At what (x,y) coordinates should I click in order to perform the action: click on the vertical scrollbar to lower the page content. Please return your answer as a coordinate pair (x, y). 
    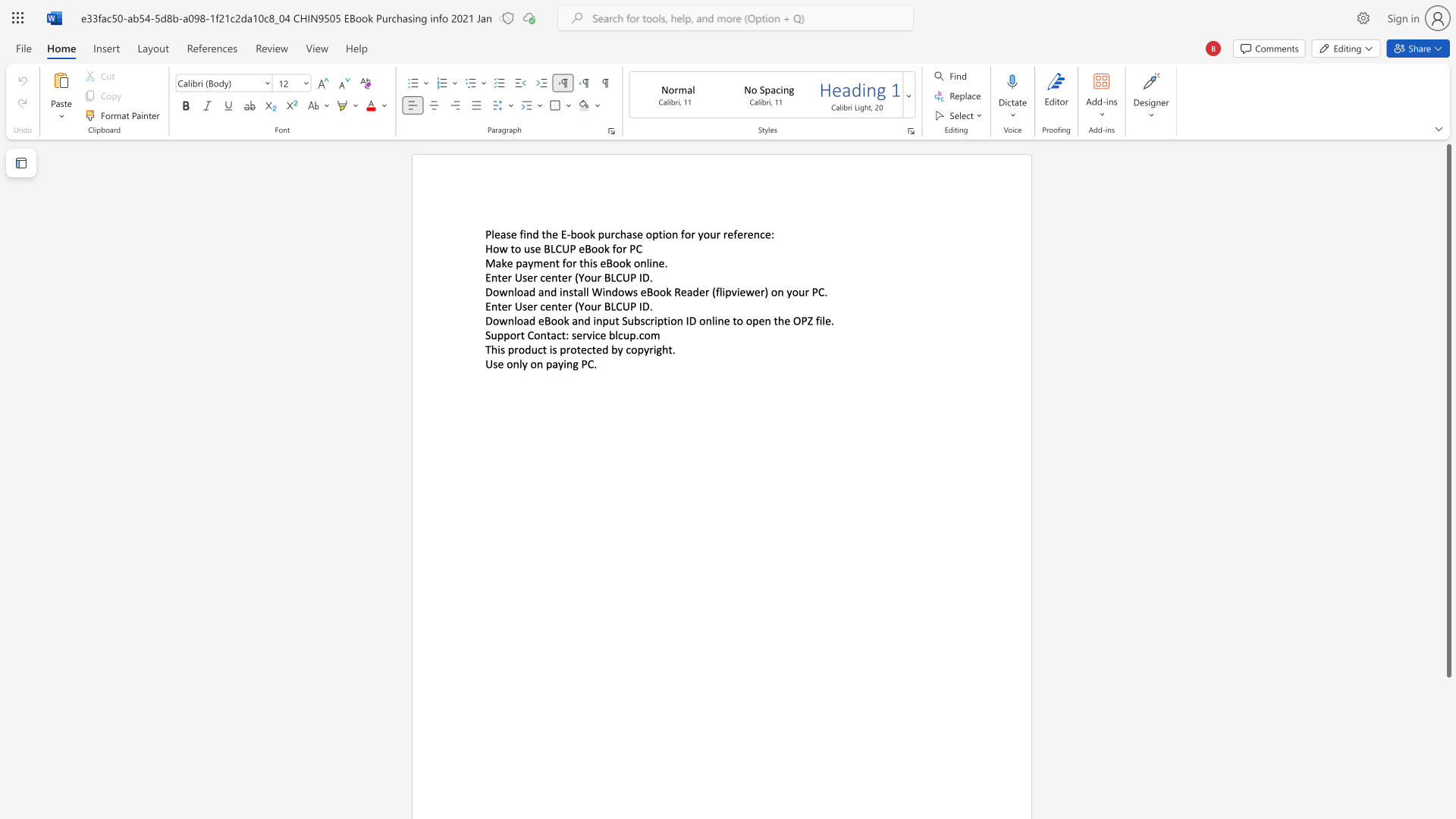
    Looking at the image, I should click on (1448, 766).